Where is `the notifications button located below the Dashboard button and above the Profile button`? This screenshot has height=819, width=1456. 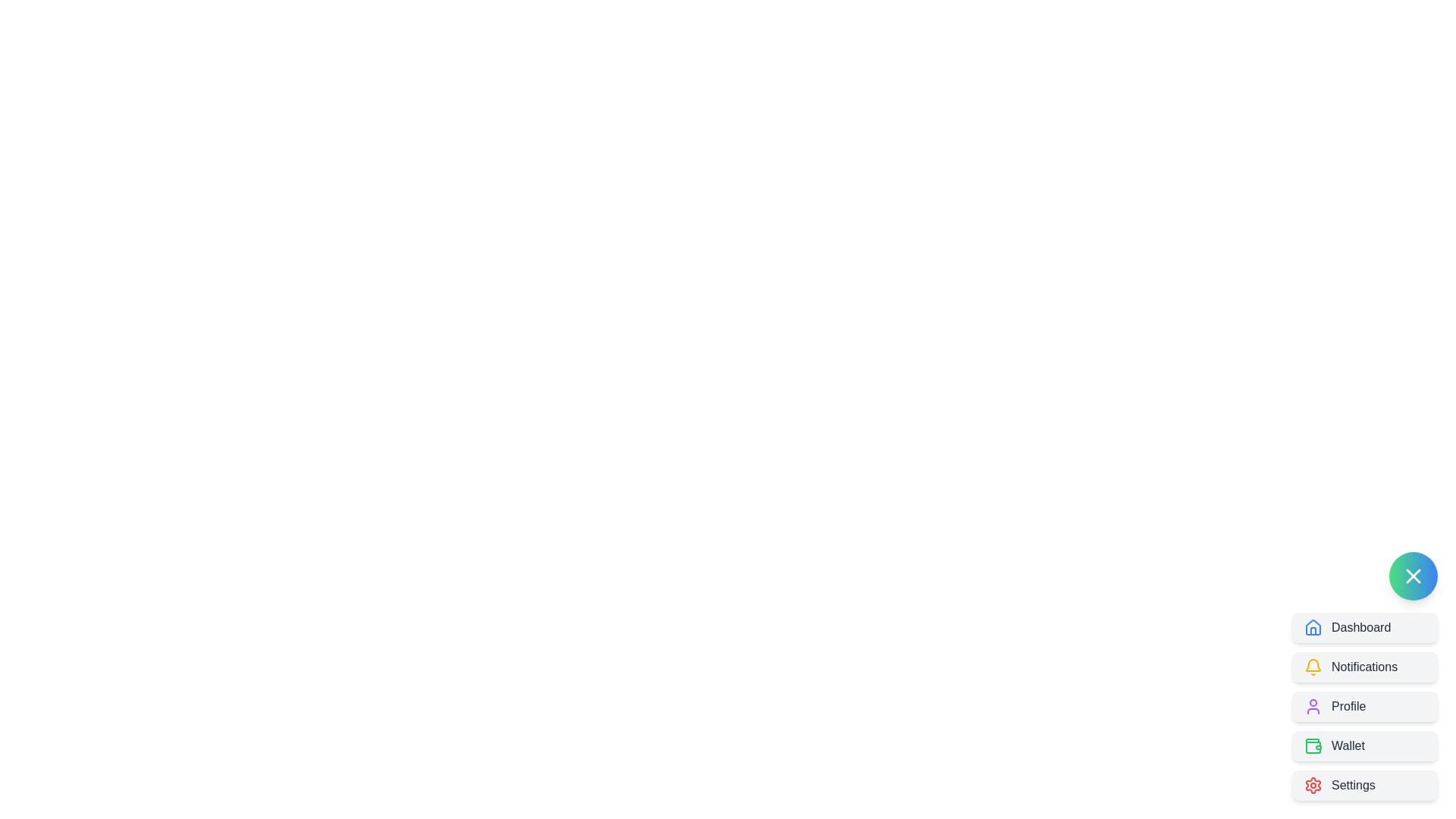 the notifications button located below the Dashboard button and above the Profile button is located at coordinates (1365, 666).